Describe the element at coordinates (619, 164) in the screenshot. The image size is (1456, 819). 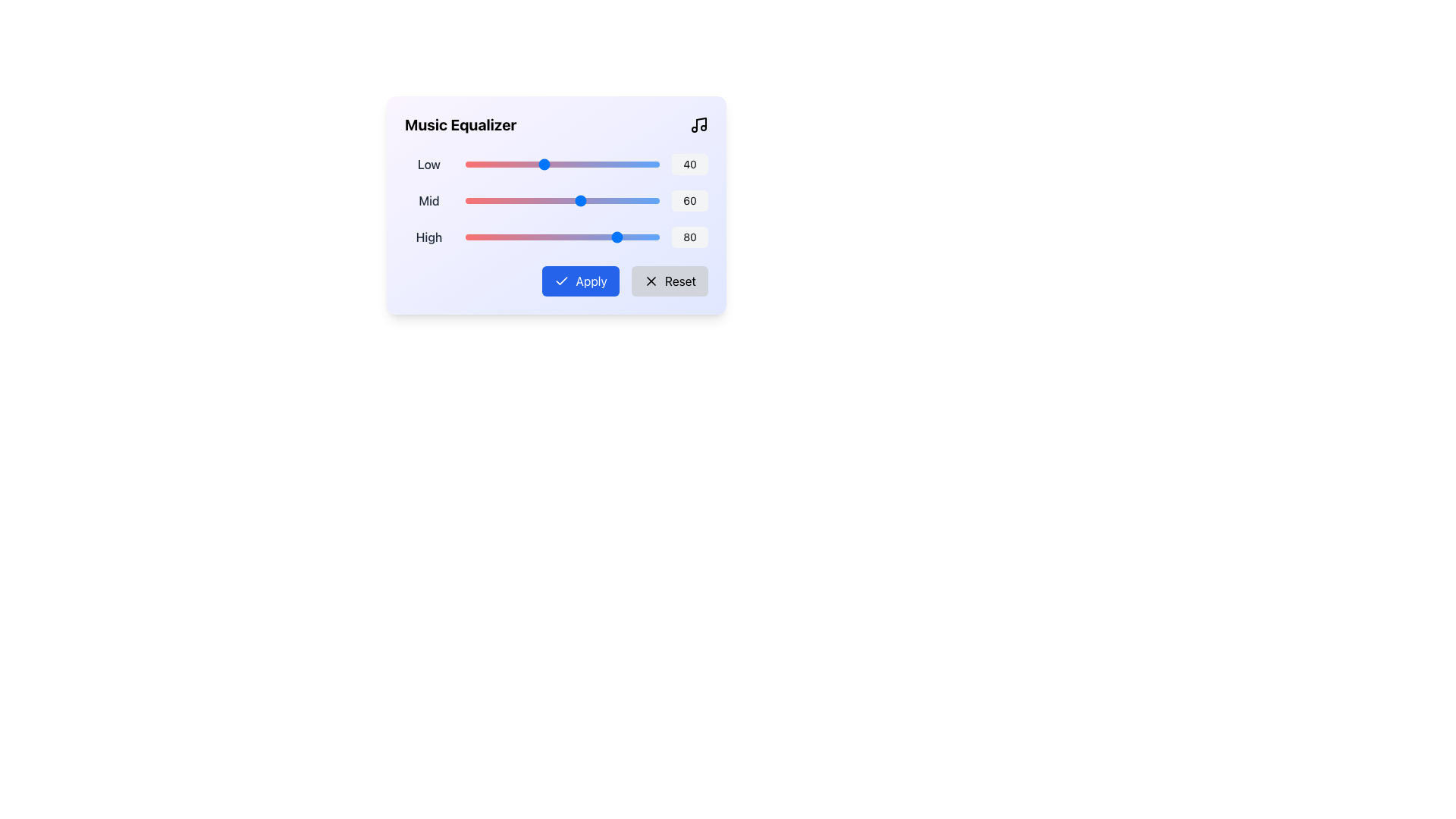
I see `the low equalizer slider` at that location.